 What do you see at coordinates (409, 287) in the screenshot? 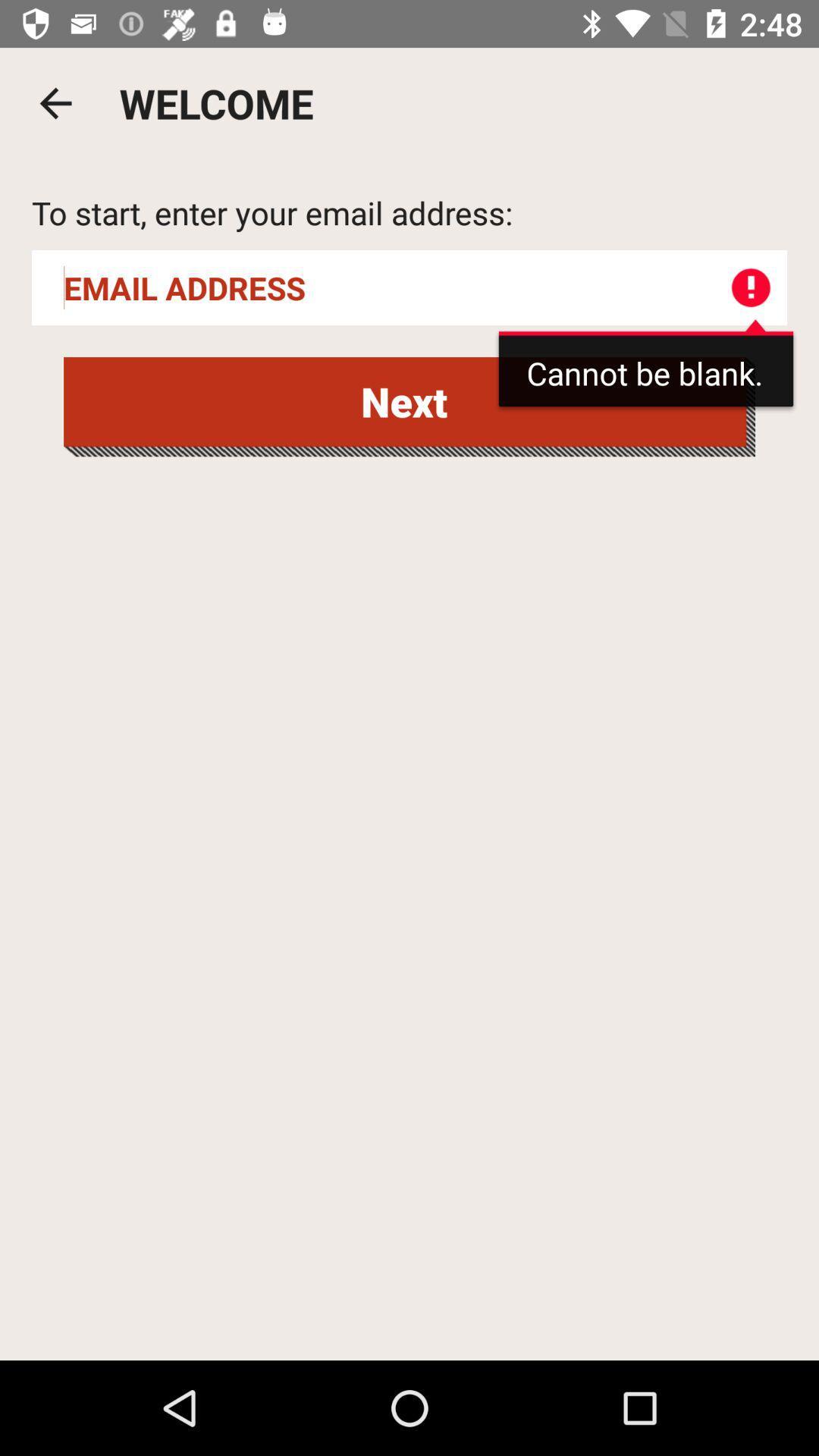
I see `the email address` at bounding box center [409, 287].